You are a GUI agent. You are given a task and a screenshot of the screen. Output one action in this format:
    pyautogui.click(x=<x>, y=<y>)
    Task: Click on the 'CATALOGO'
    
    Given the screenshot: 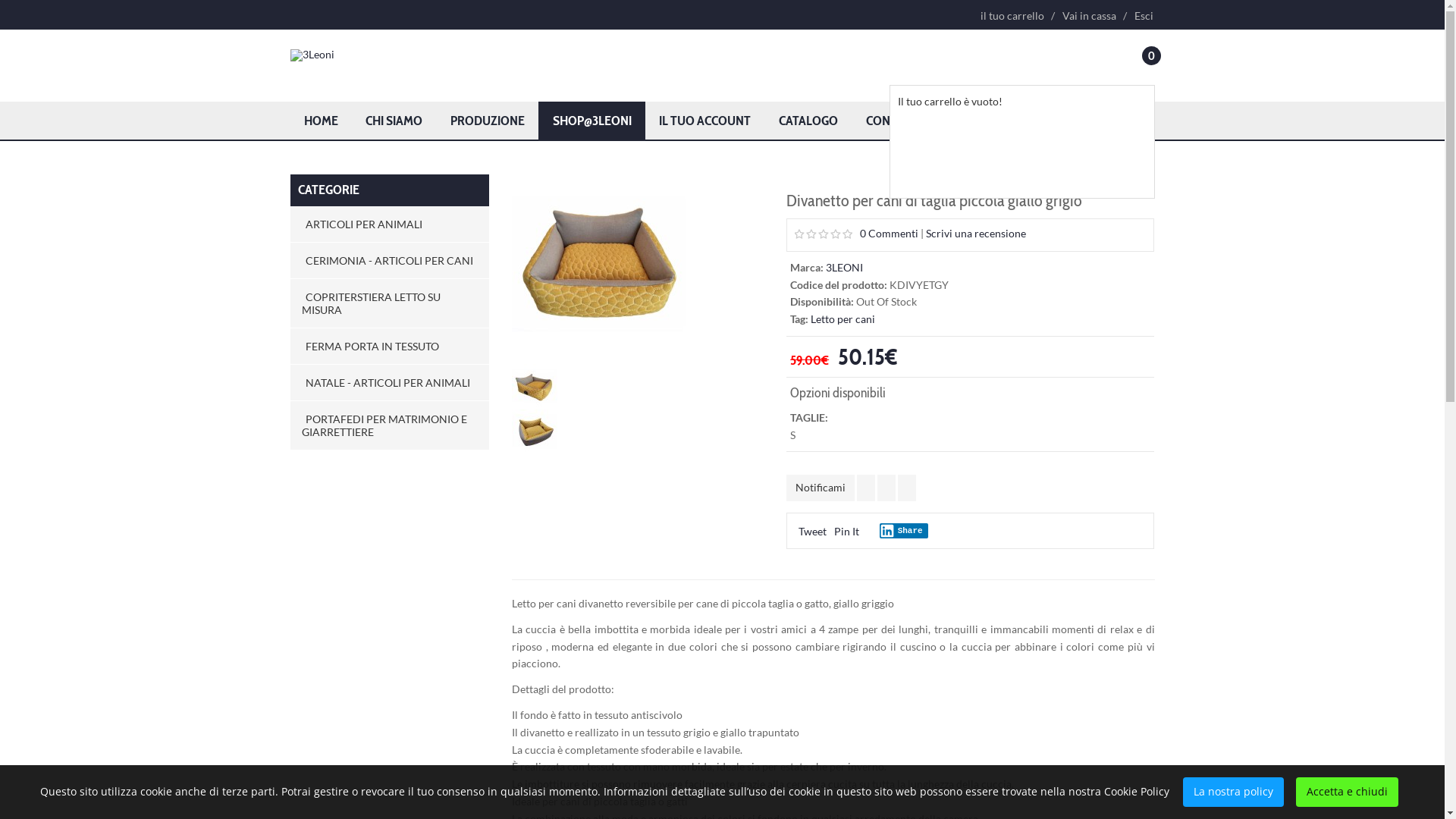 What is the action you would take?
    pyautogui.click(x=808, y=119)
    